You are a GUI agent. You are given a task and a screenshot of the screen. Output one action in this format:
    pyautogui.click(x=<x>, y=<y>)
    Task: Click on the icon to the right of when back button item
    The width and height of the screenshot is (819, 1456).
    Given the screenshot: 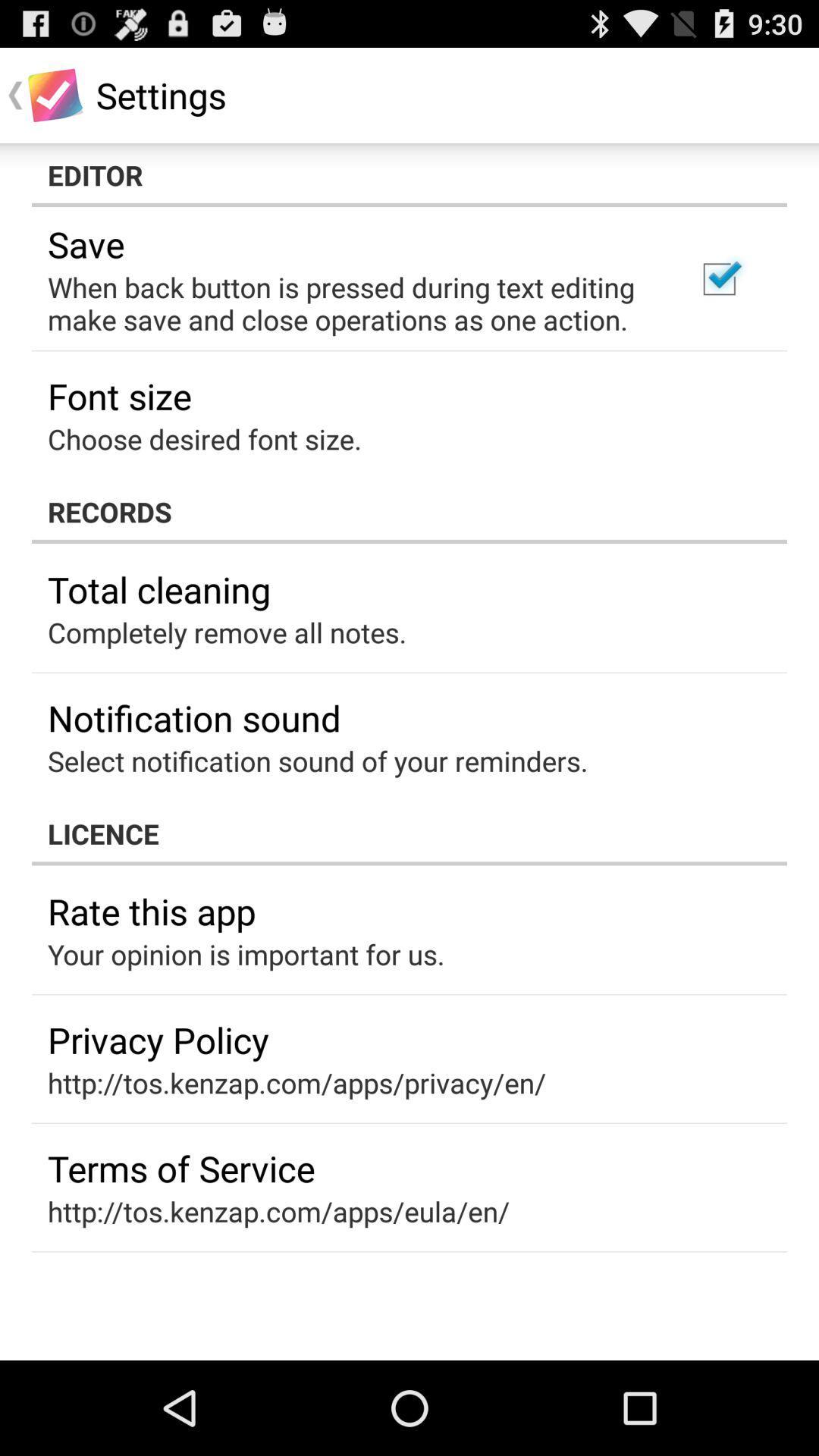 What is the action you would take?
    pyautogui.click(x=718, y=279)
    